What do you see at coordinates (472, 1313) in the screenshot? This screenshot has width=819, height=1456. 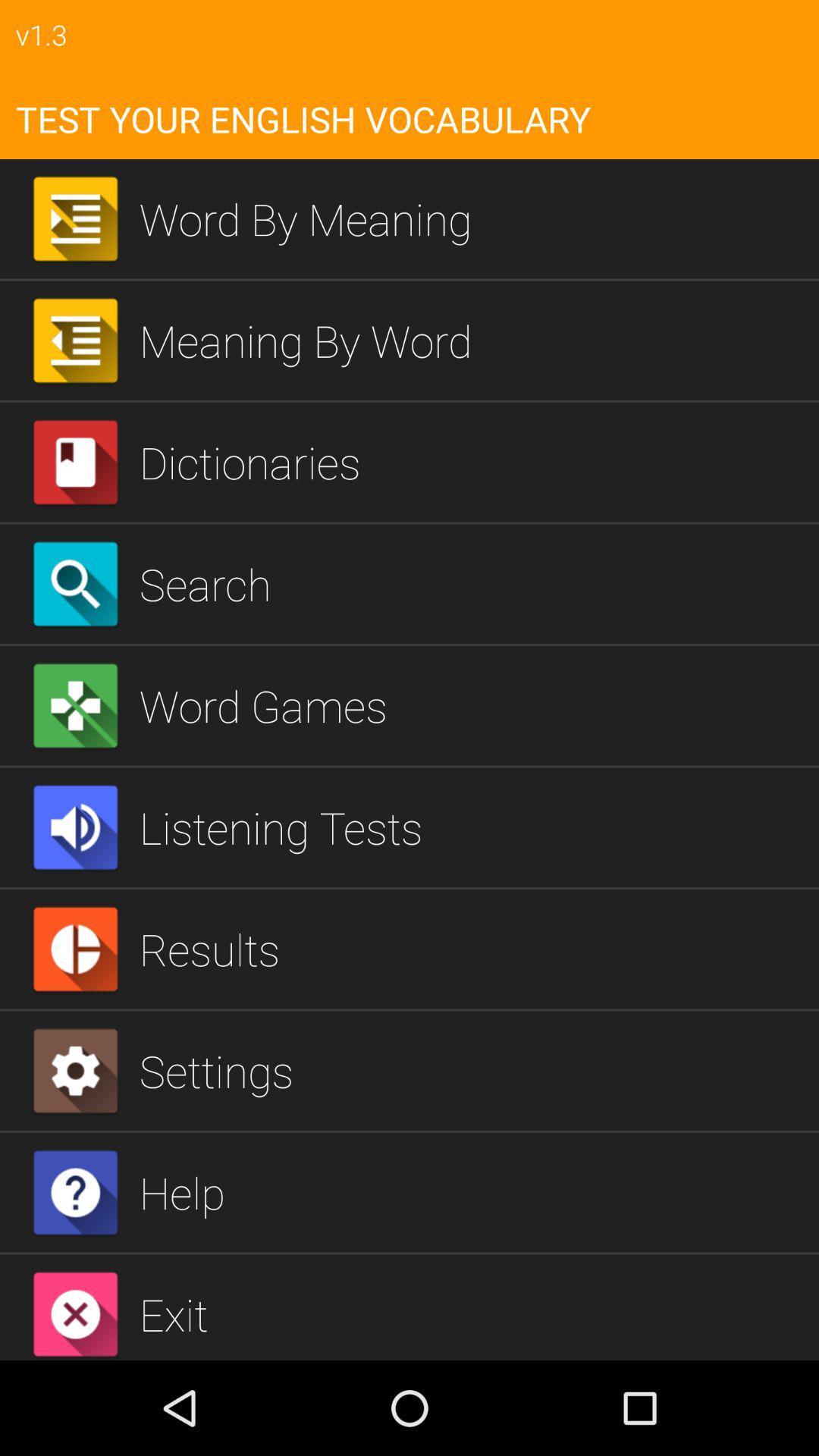 I see `icon below help` at bounding box center [472, 1313].